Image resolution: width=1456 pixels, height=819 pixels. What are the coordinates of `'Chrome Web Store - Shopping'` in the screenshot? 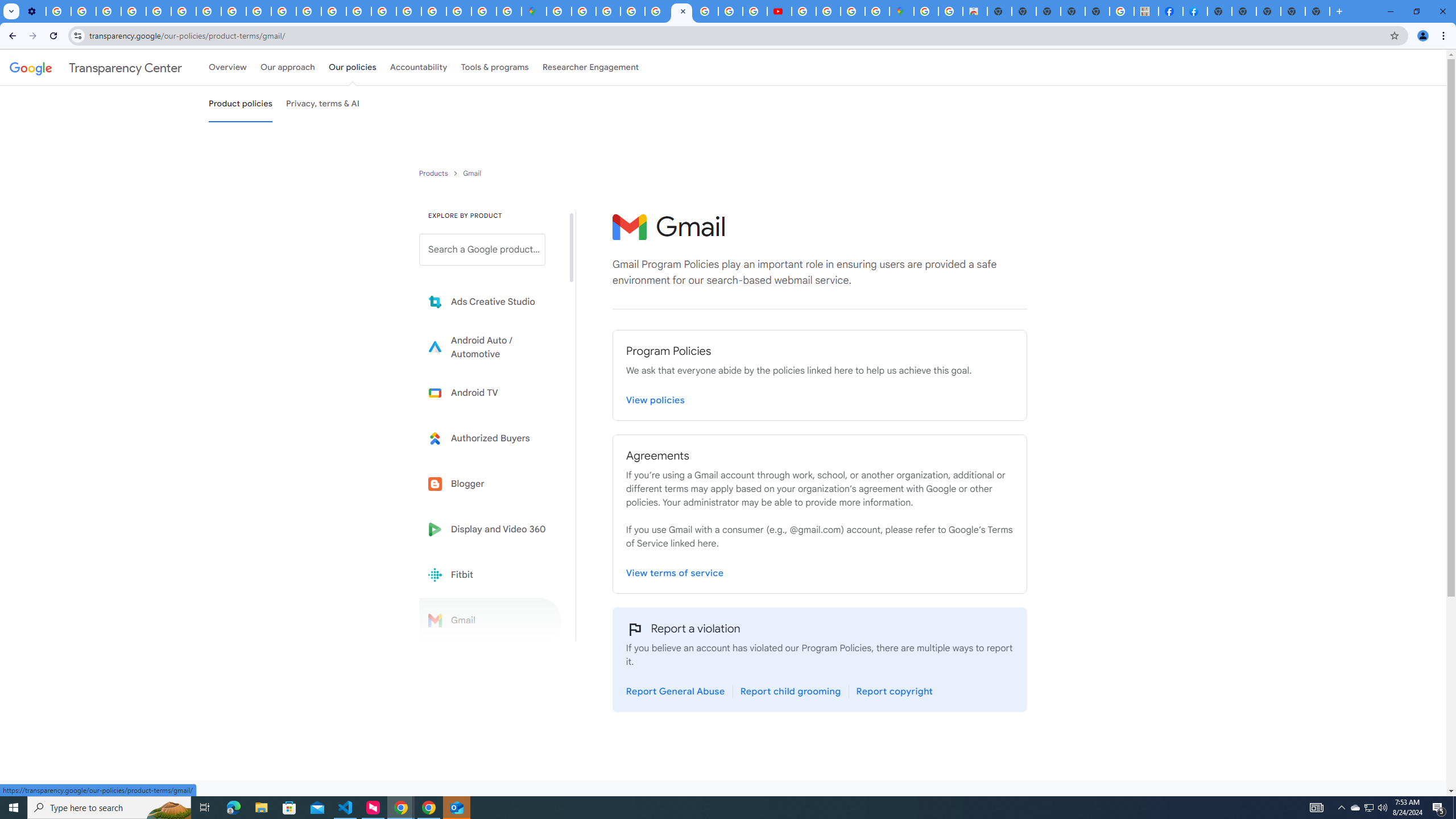 It's located at (975, 11).